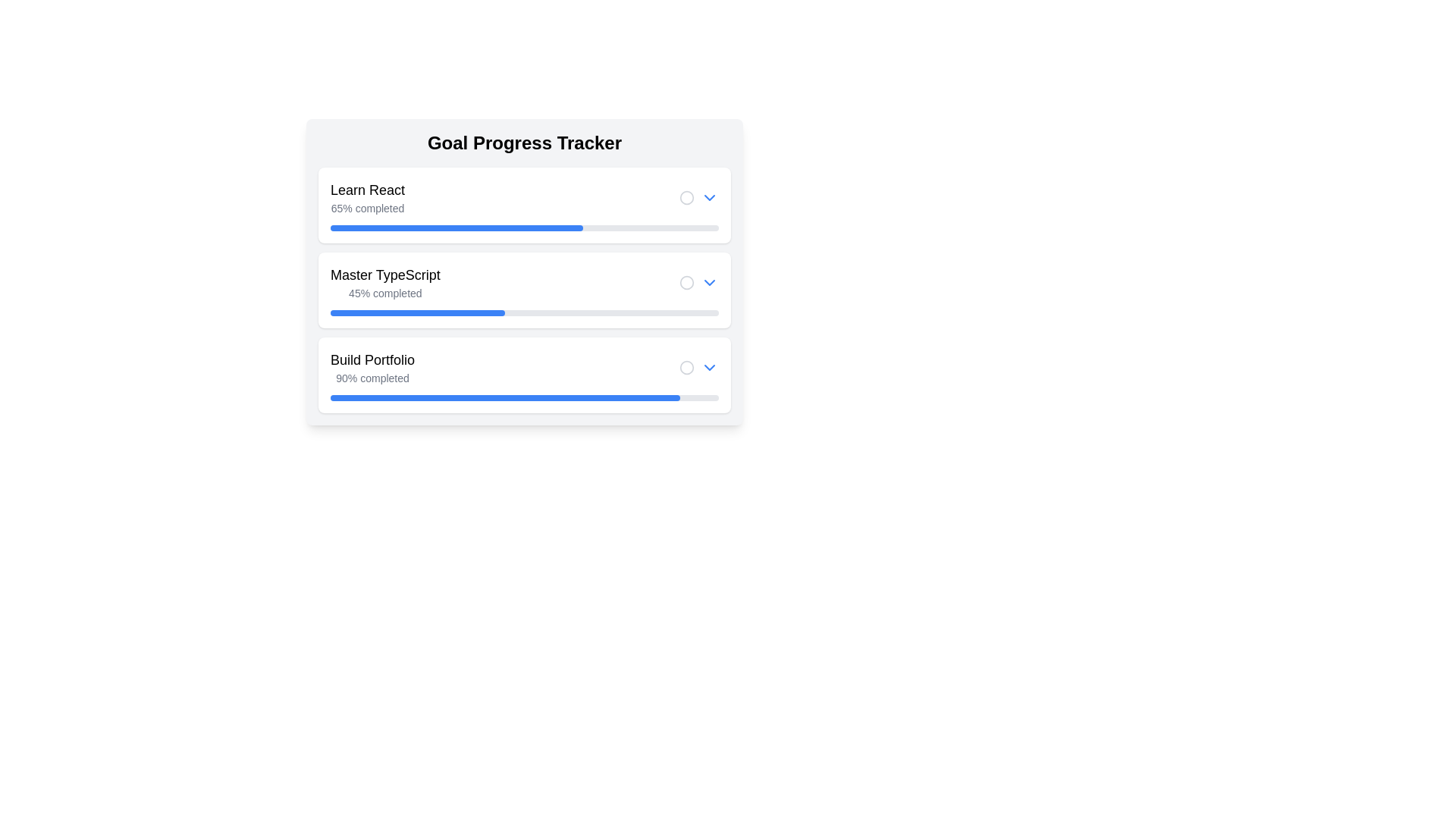 Image resolution: width=1456 pixels, height=819 pixels. Describe the element at coordinates (686, 197) in the screenshot. I see `the circular icon in the 'Goal Progress Tracker' interface, located at the right end of the first row adjacent to the text 'Learn React'` at that location.